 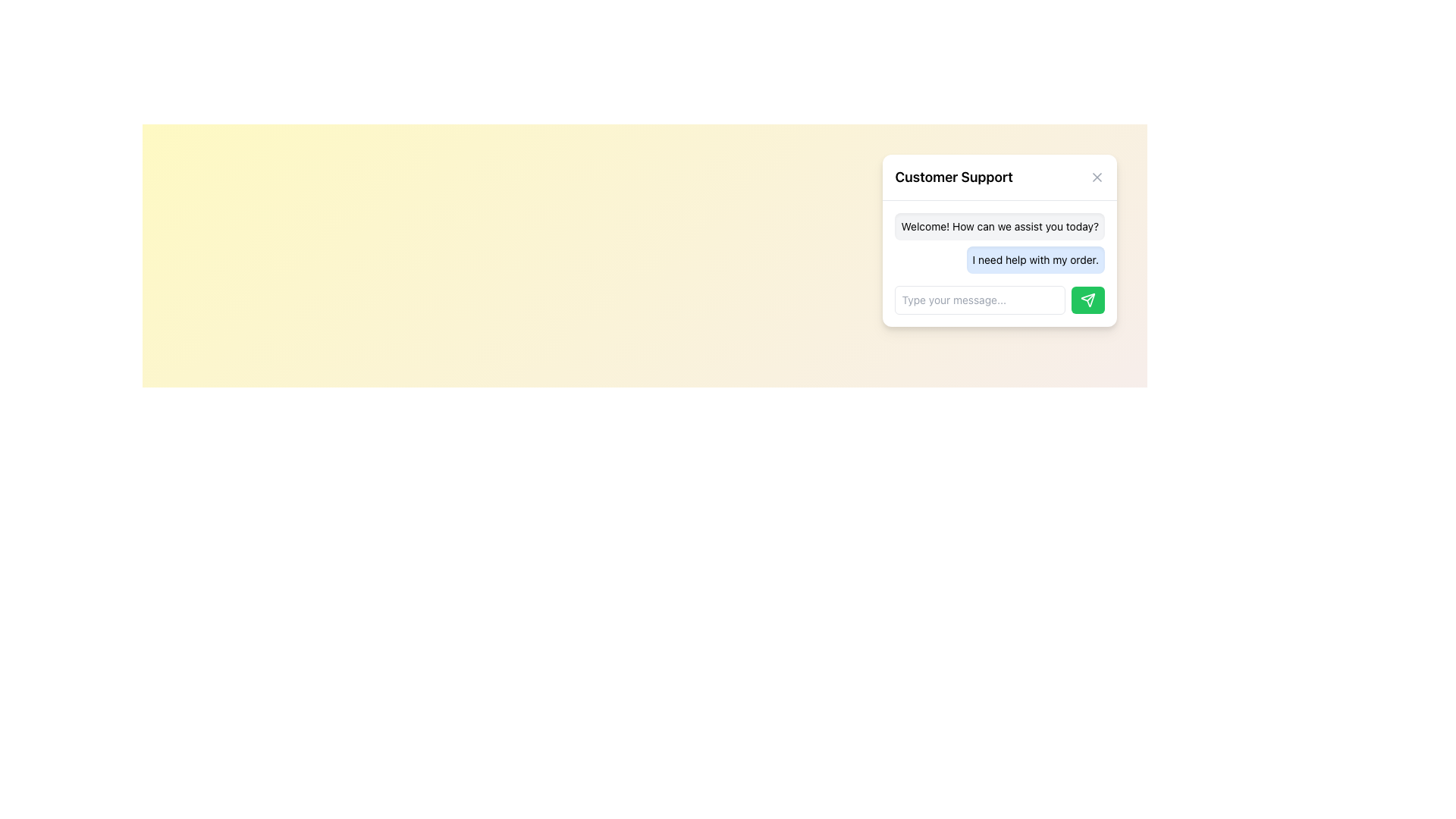 I want to click on the graphical close button icon located at the top right corner of the 'Customer Support' dialog box, so click(x=1097, y=177).